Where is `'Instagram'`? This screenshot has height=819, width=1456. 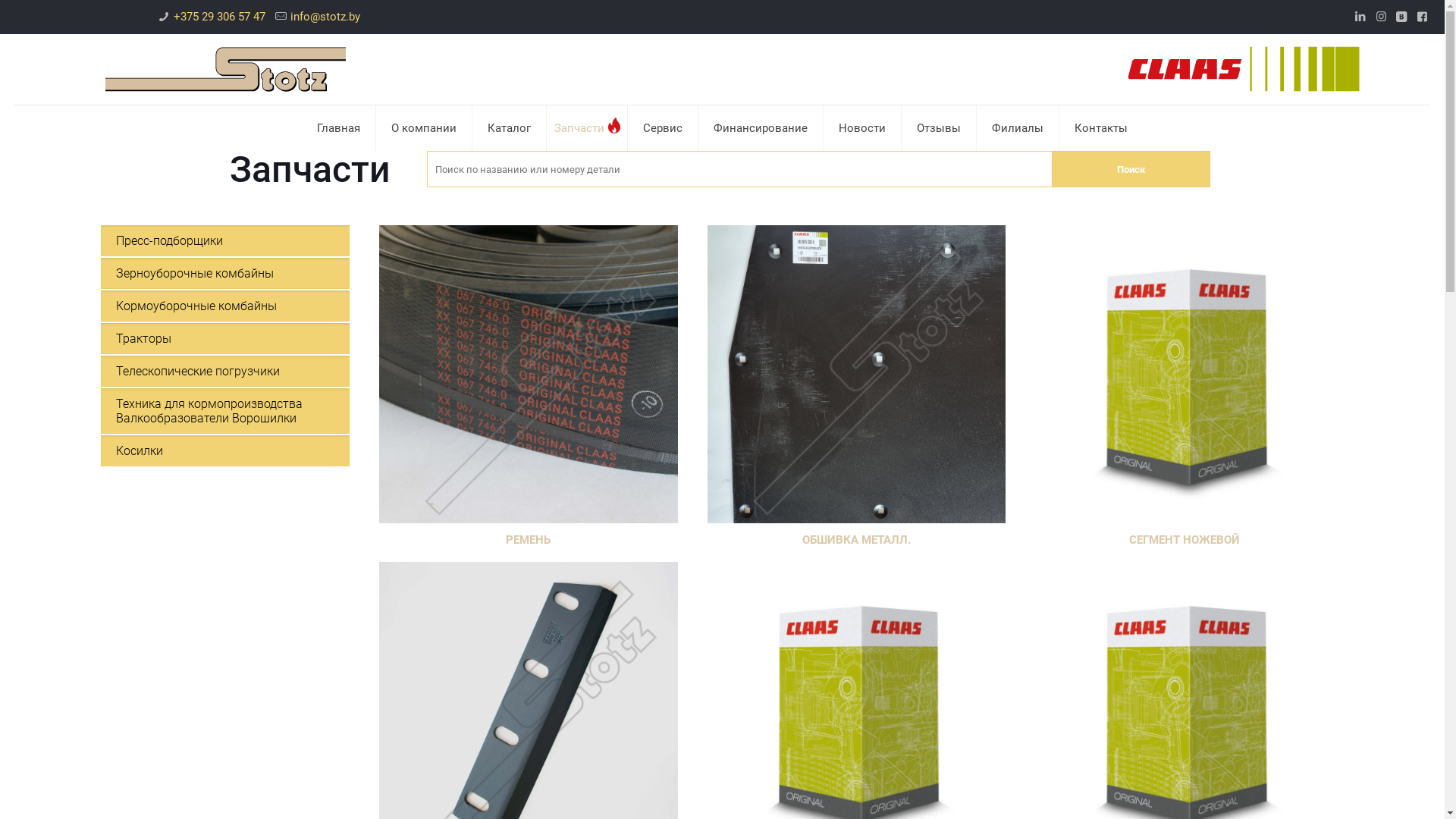 'Instagram' is located at coordinates (1381, 17).